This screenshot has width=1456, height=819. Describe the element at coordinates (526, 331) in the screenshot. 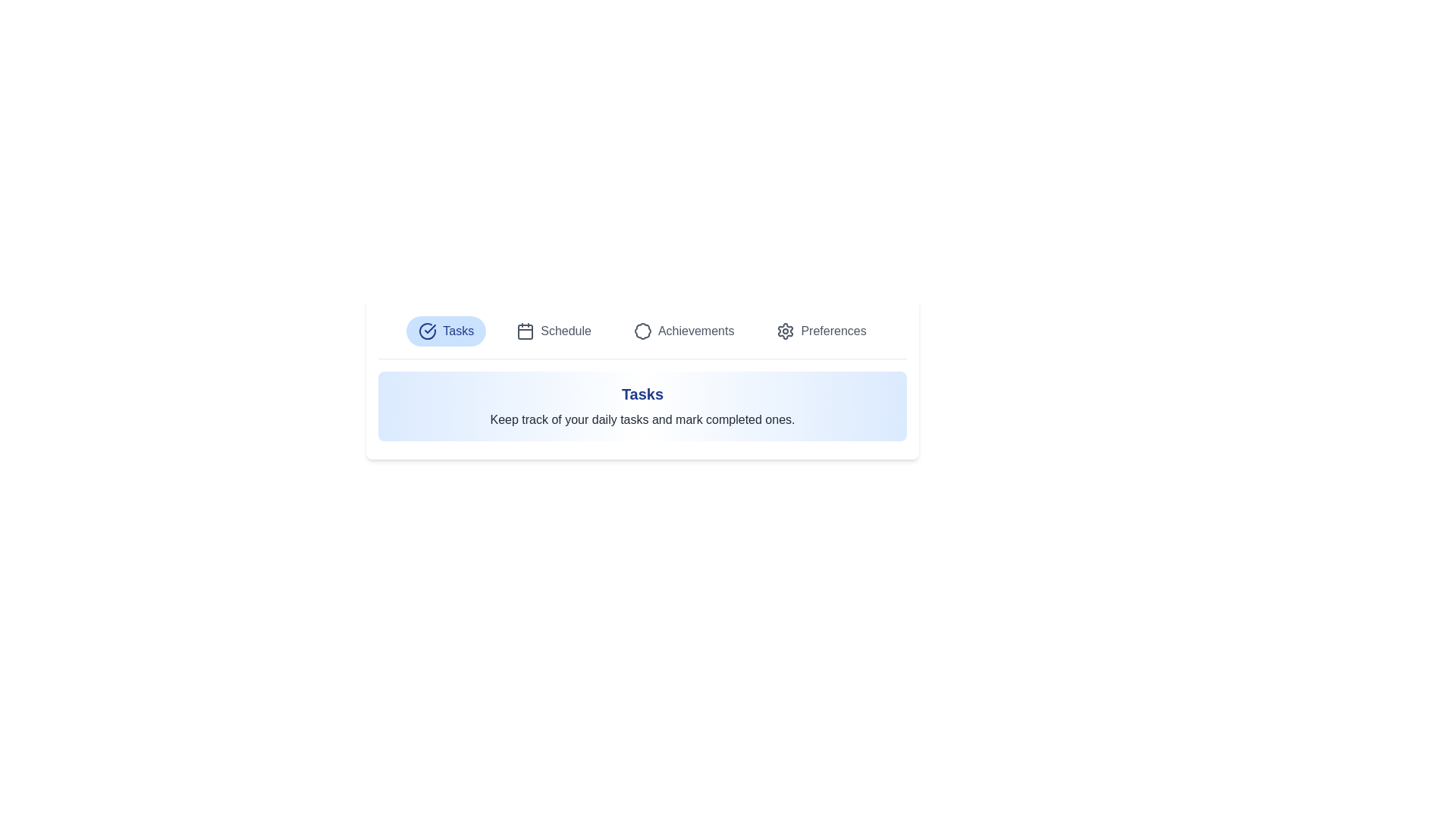

I see `the calendar date element within the custom SVG icon, which is centrally positioned and slightly offset, serving as a graphical representation for scheduling interactions` at that location.